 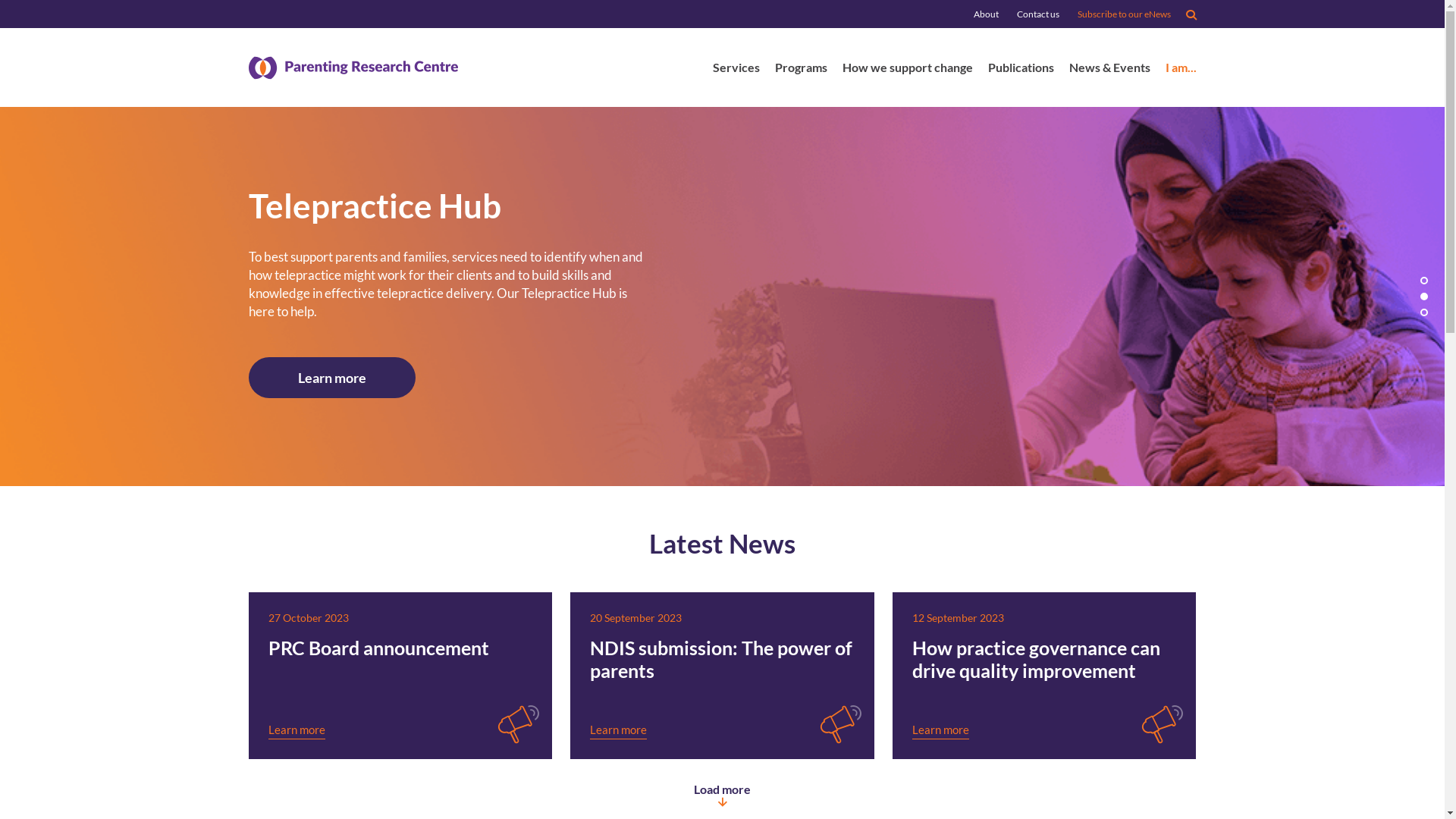 What do you see at coordinates (1123, 14) in the screenshot?
I see `'Subscribe to our eNews'` at bounding box center [1123, 14].